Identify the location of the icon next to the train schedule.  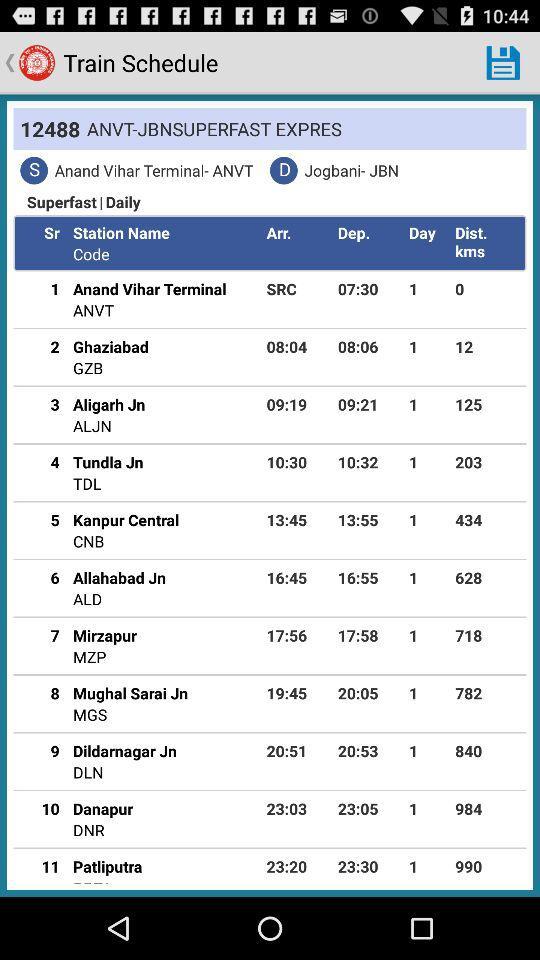
(502, 62).